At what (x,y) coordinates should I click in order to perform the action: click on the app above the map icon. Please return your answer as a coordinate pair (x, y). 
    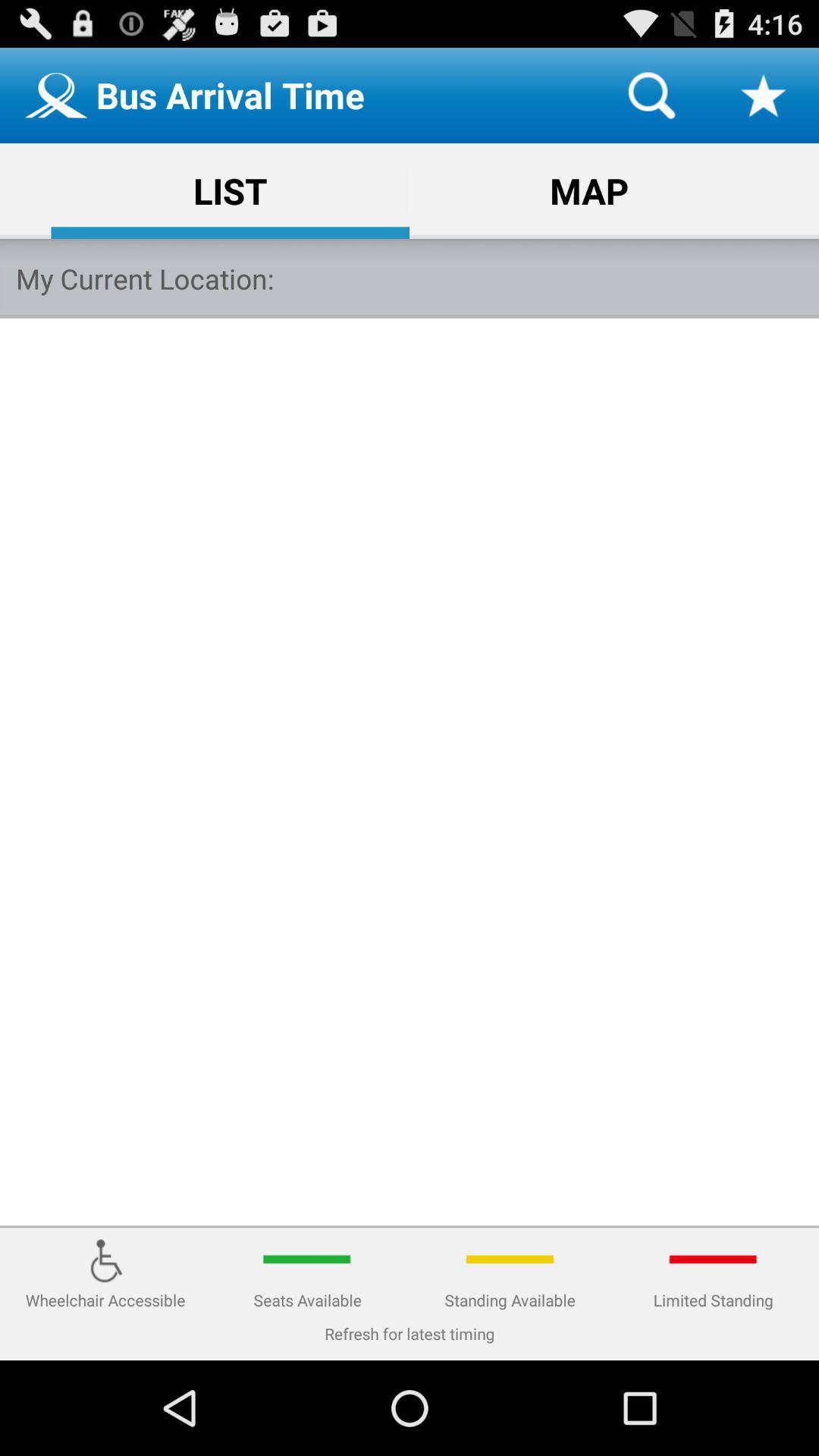
    Looking at the image, I should click on (651, 94).